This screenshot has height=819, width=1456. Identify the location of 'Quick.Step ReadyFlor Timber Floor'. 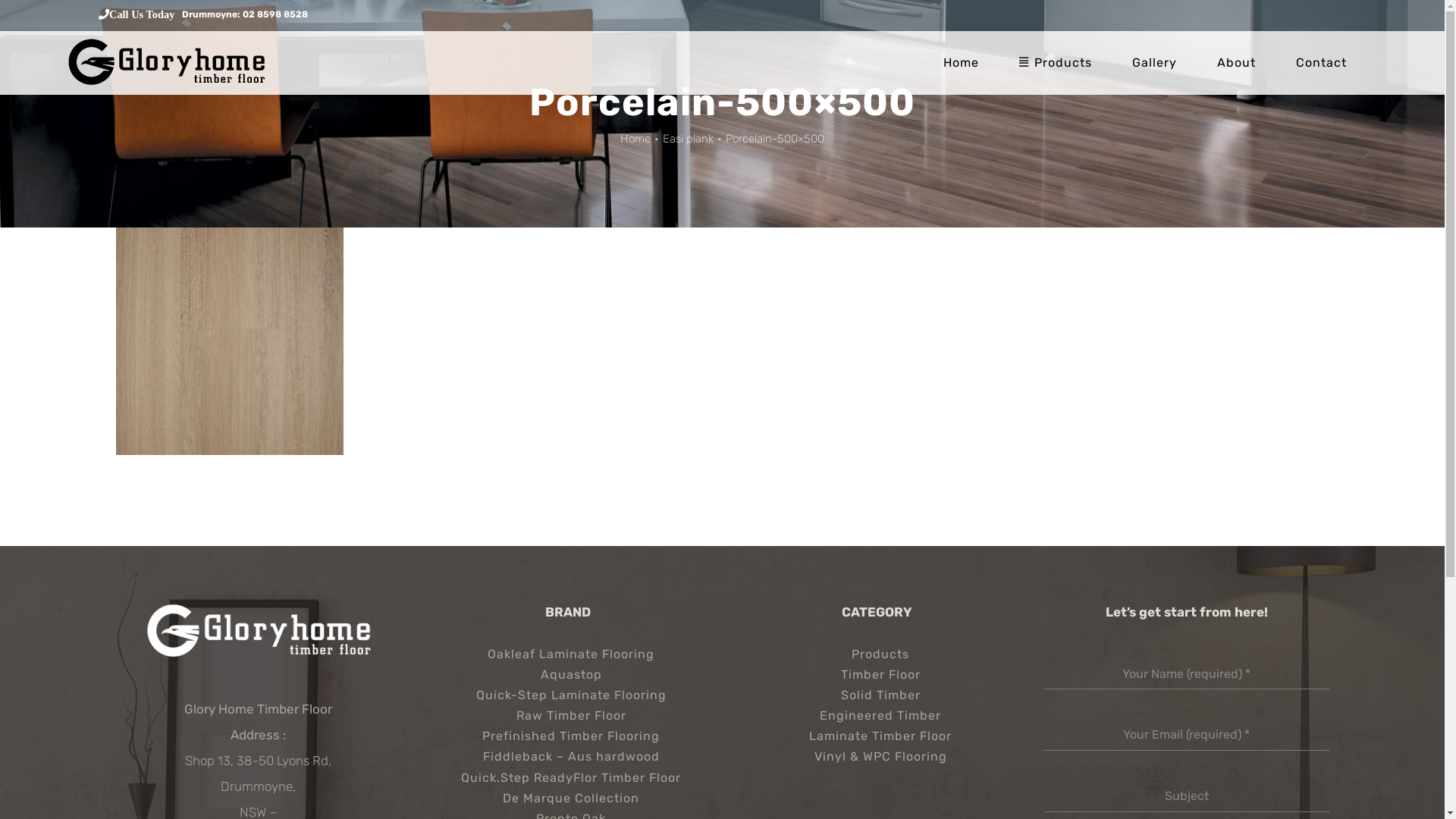
(566, 778).